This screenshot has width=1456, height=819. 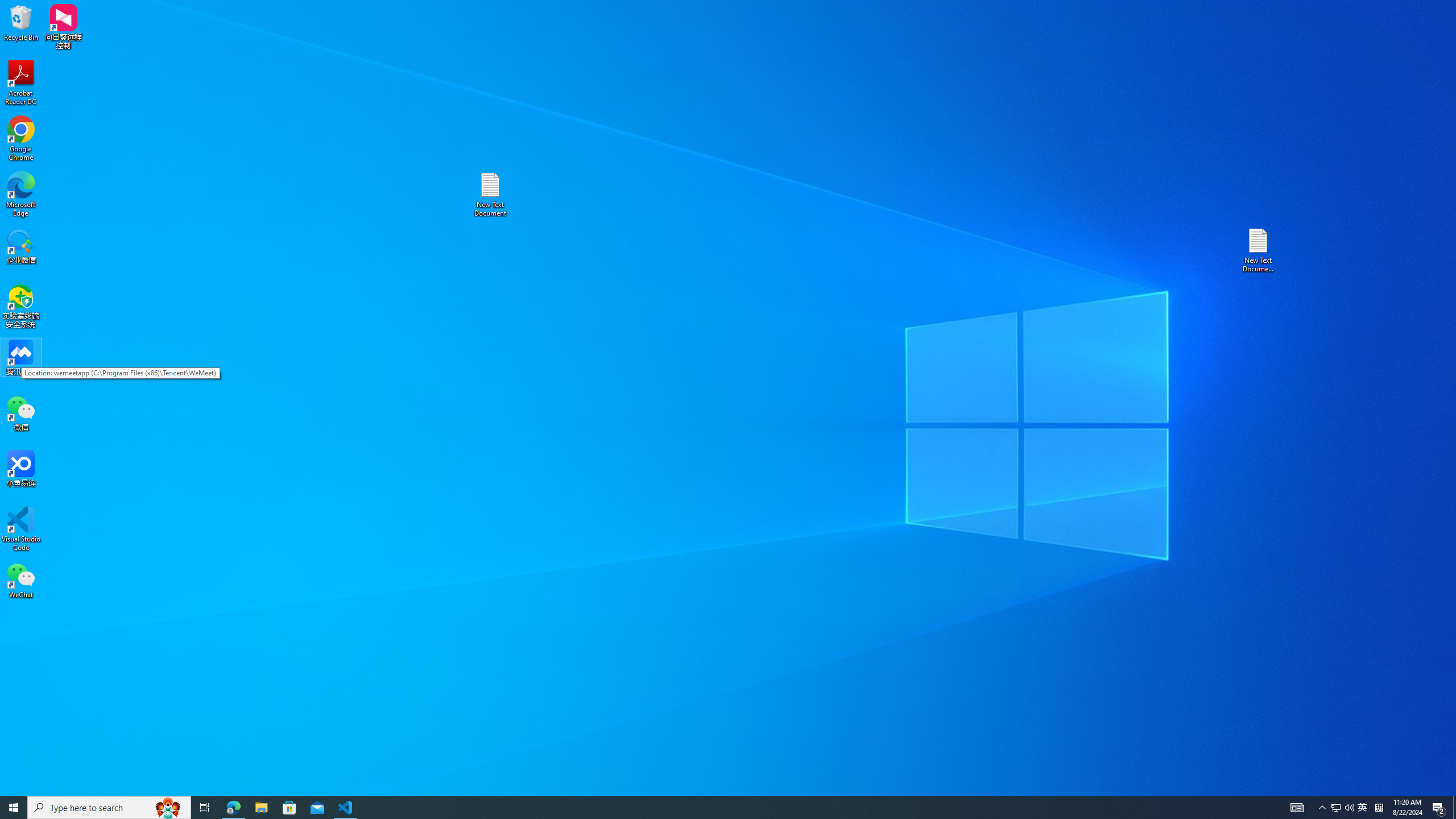 I want to click on 'WeChat', so click(x=20, y=580).